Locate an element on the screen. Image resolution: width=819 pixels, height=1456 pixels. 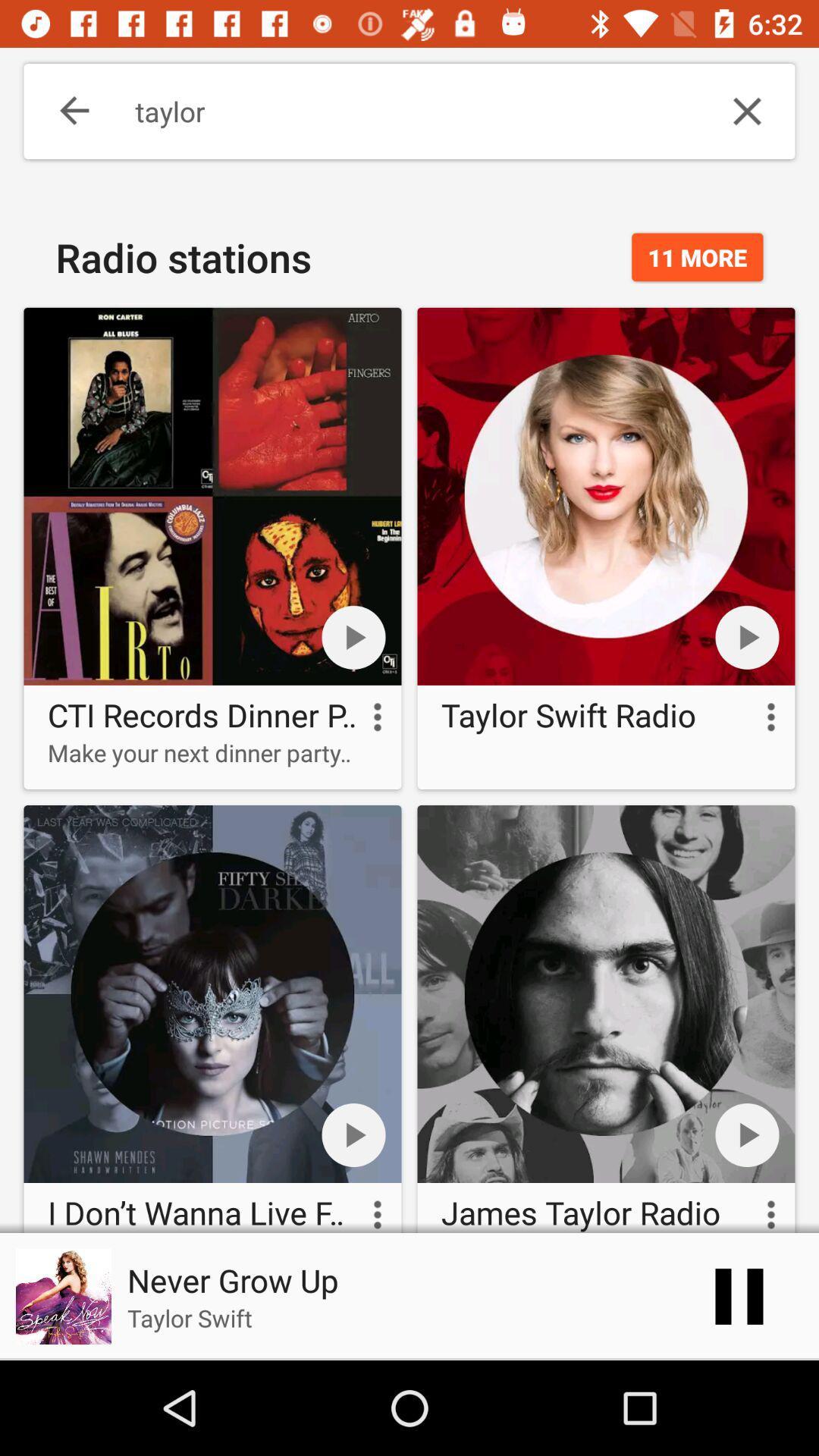
the play icon above taylor swift radio is located at coordinates (747, 637).